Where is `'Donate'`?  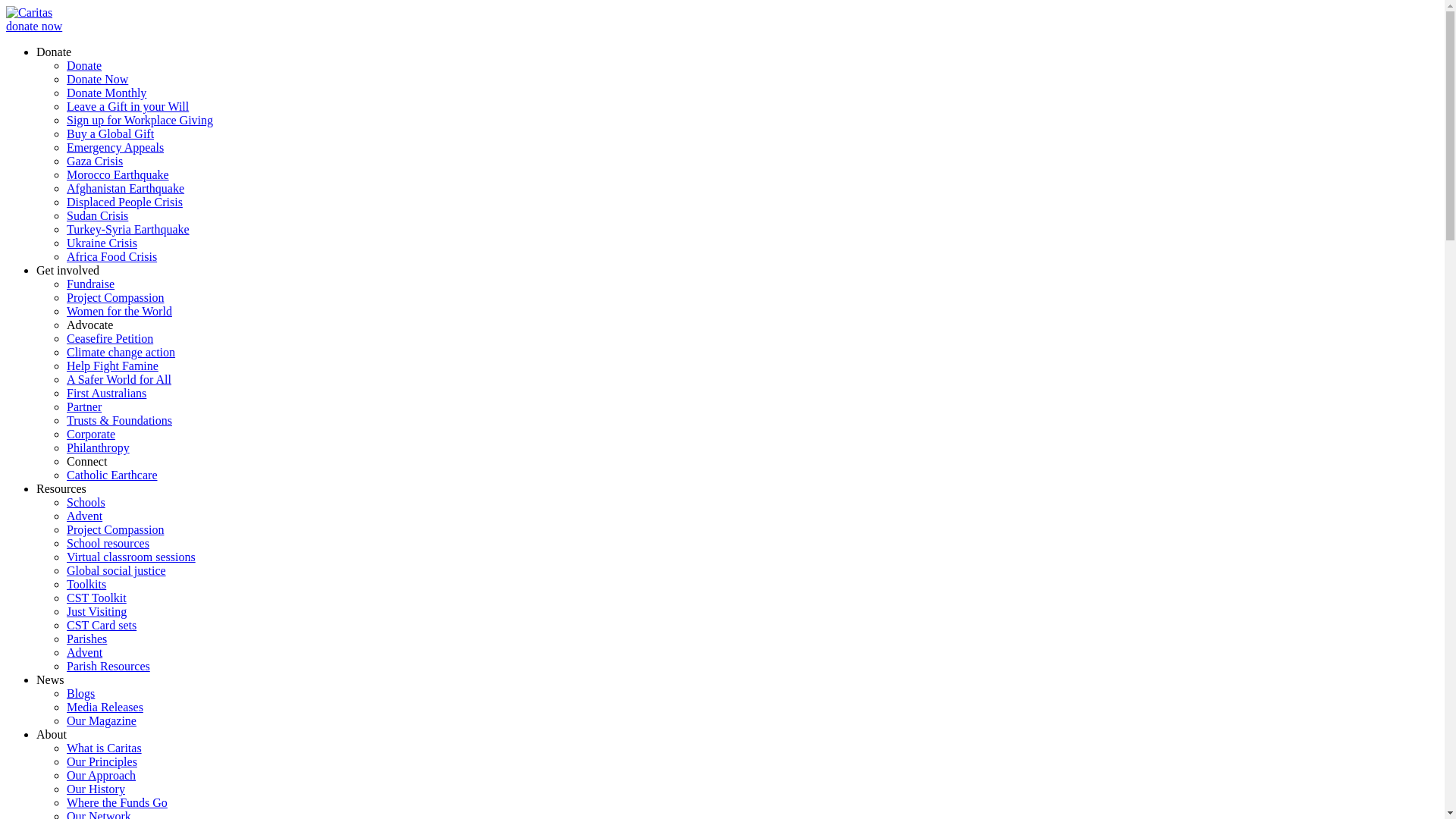
'Donate' is located at coordinates (83, 64).